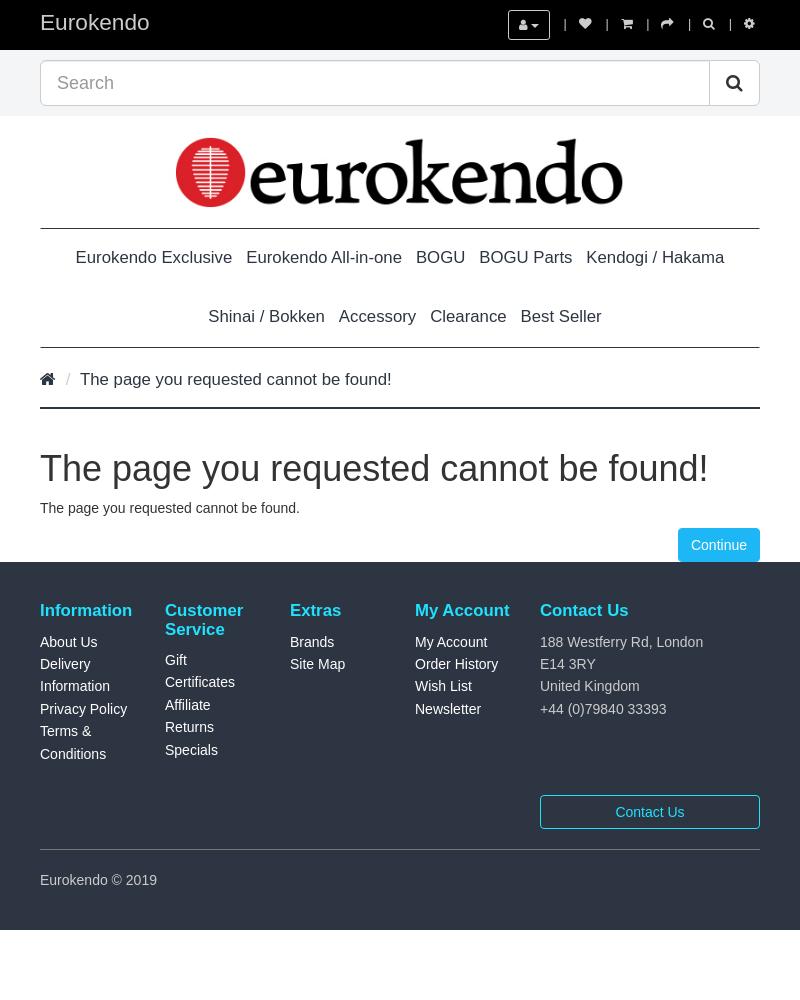 This screenshot has width=800, height=1000. I want to click on 'BOGU Parts', so click(524, 257).